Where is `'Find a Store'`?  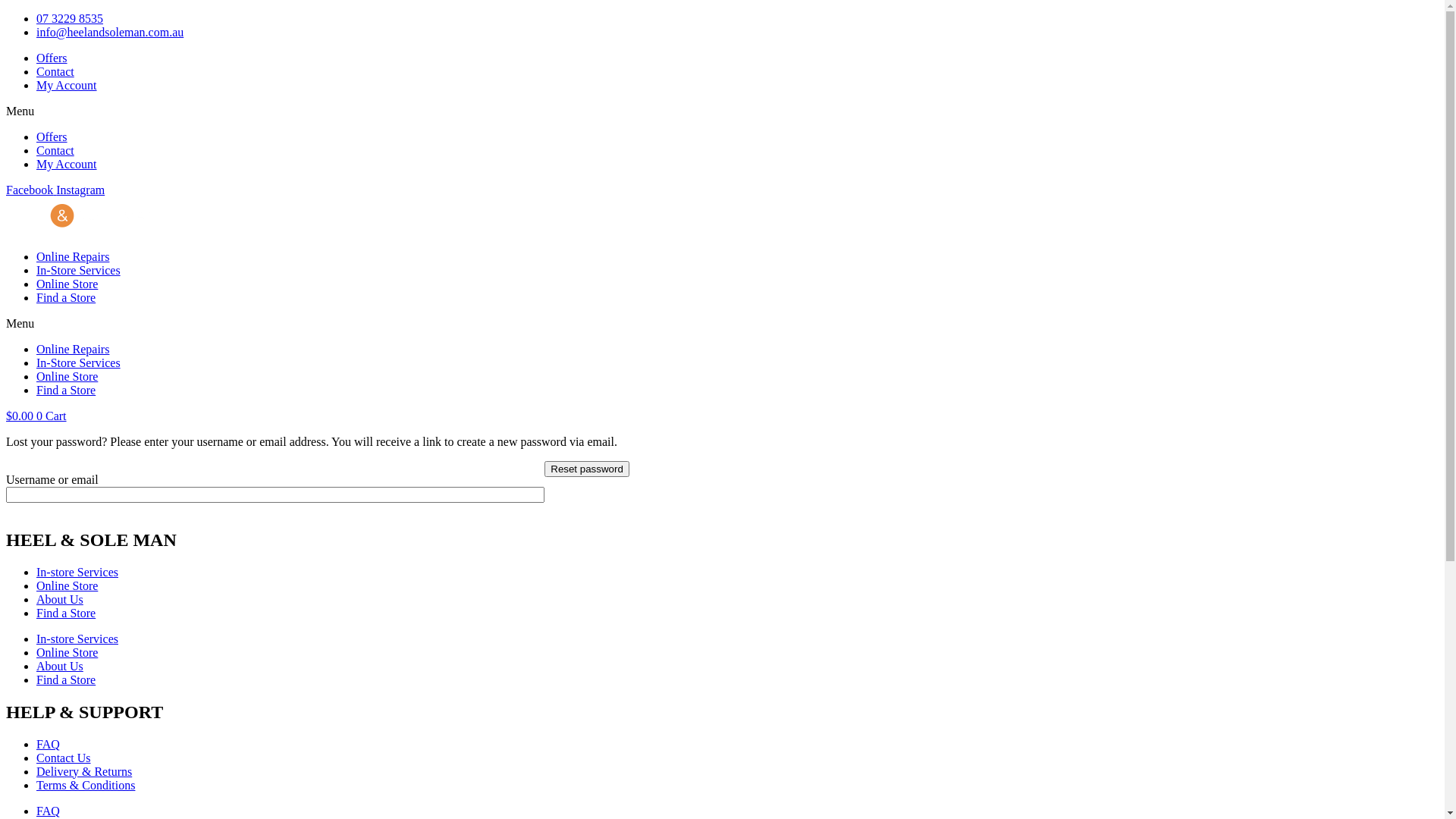
'Find a Store' is located at coordinates (36, 612).